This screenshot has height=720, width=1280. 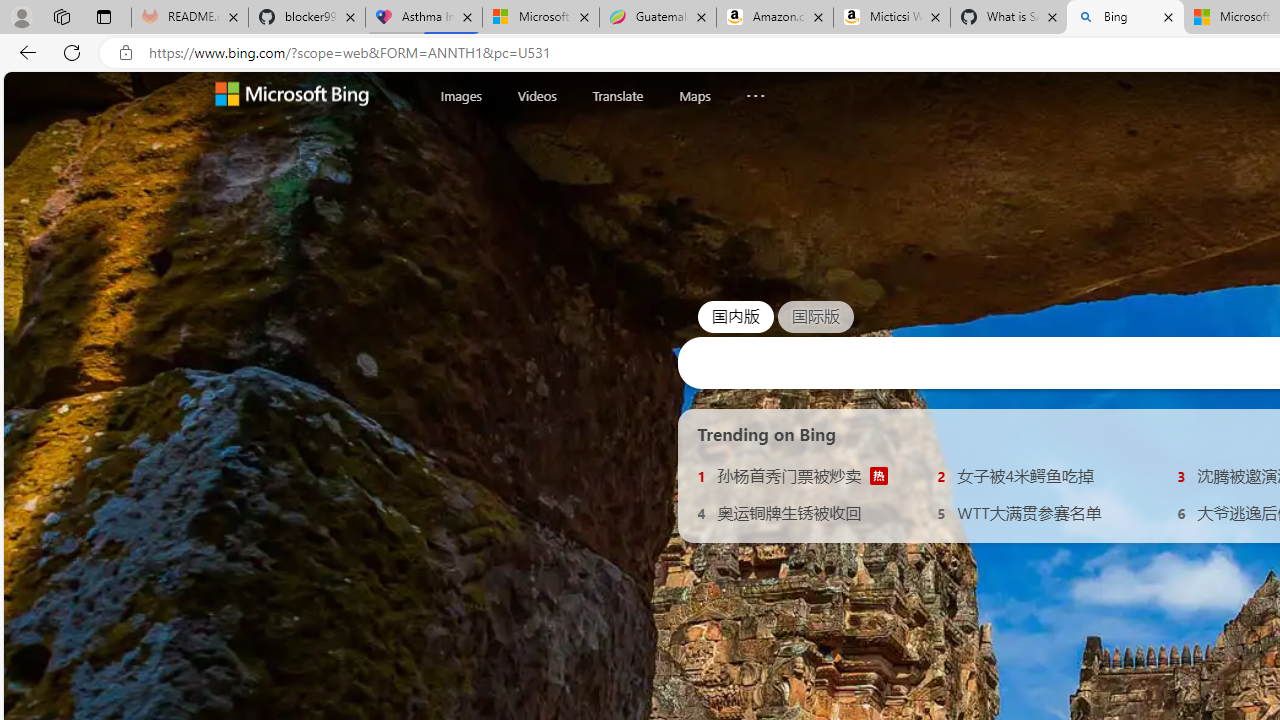 I want to click on 'Asthma Inhalers: Names and Types', so click(x=423, y=17).